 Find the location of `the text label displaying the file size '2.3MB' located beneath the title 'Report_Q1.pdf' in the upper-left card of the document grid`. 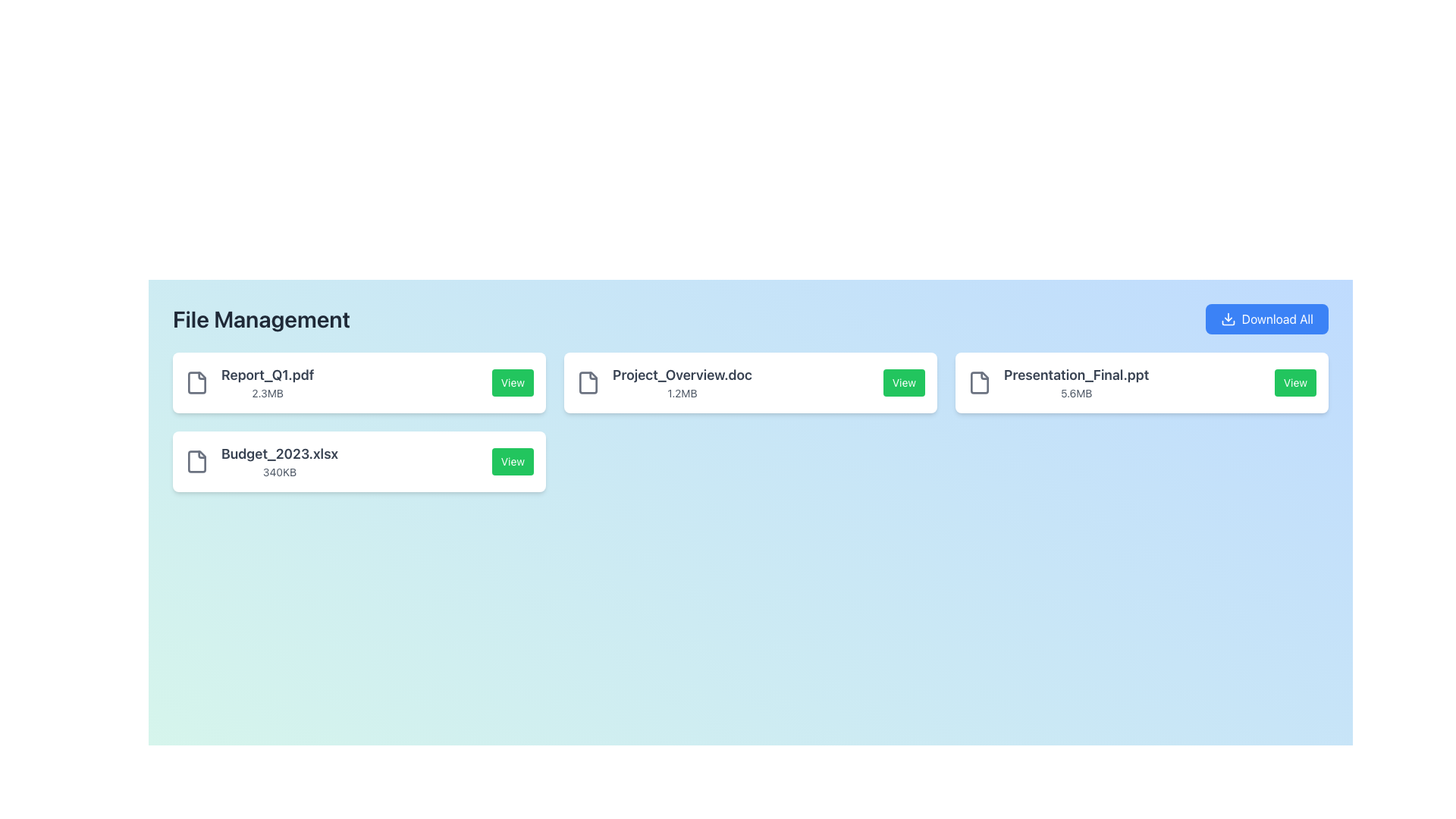

the text label displaying the file size '2.3MB' located beneath the title 'Report_Q1.pdf' in the upper-left card of the document grid is located at coordinates (268, 393).